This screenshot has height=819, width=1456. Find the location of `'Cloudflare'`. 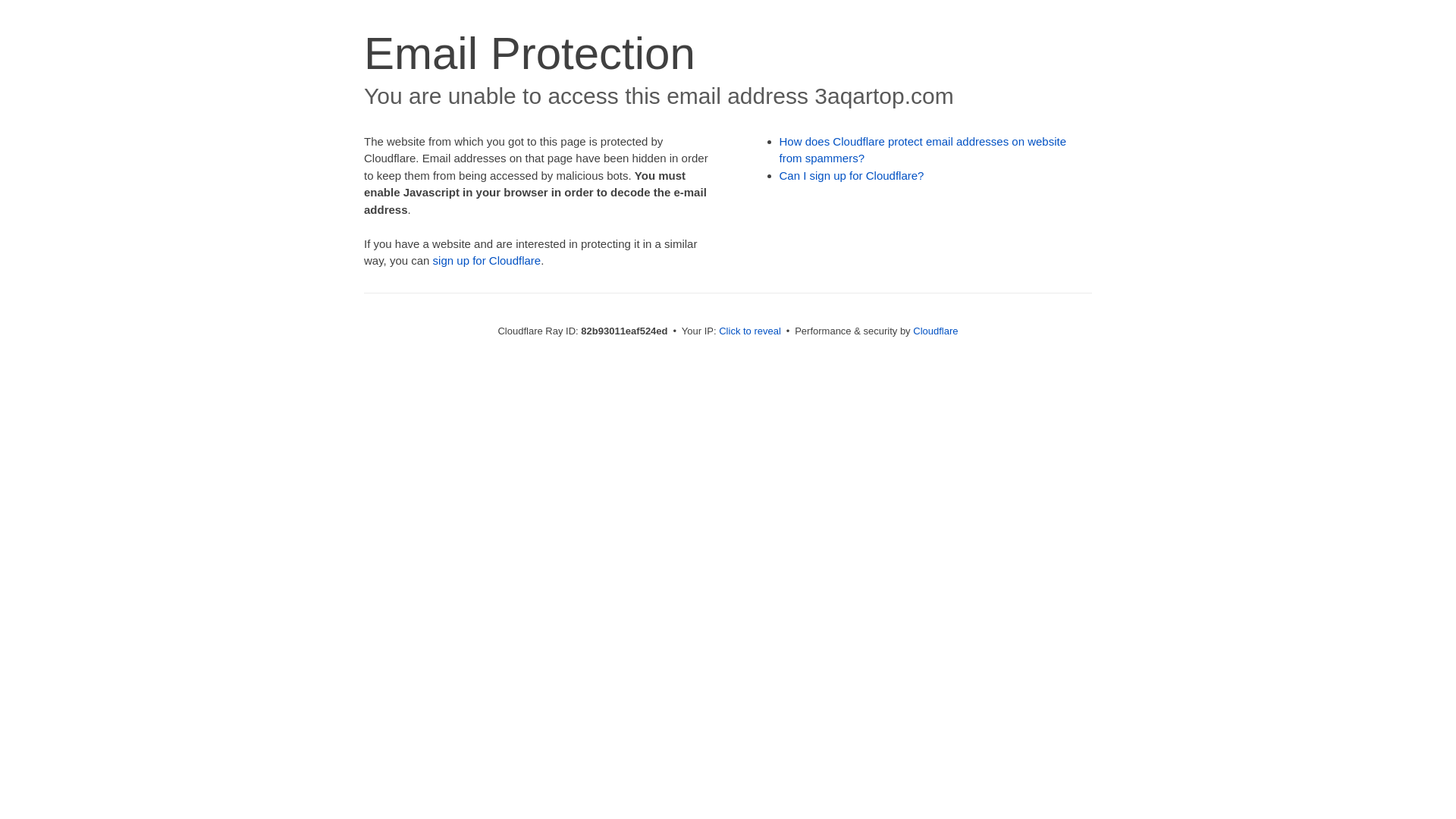

'Cloudflare' is located at coordinates (934, 330).